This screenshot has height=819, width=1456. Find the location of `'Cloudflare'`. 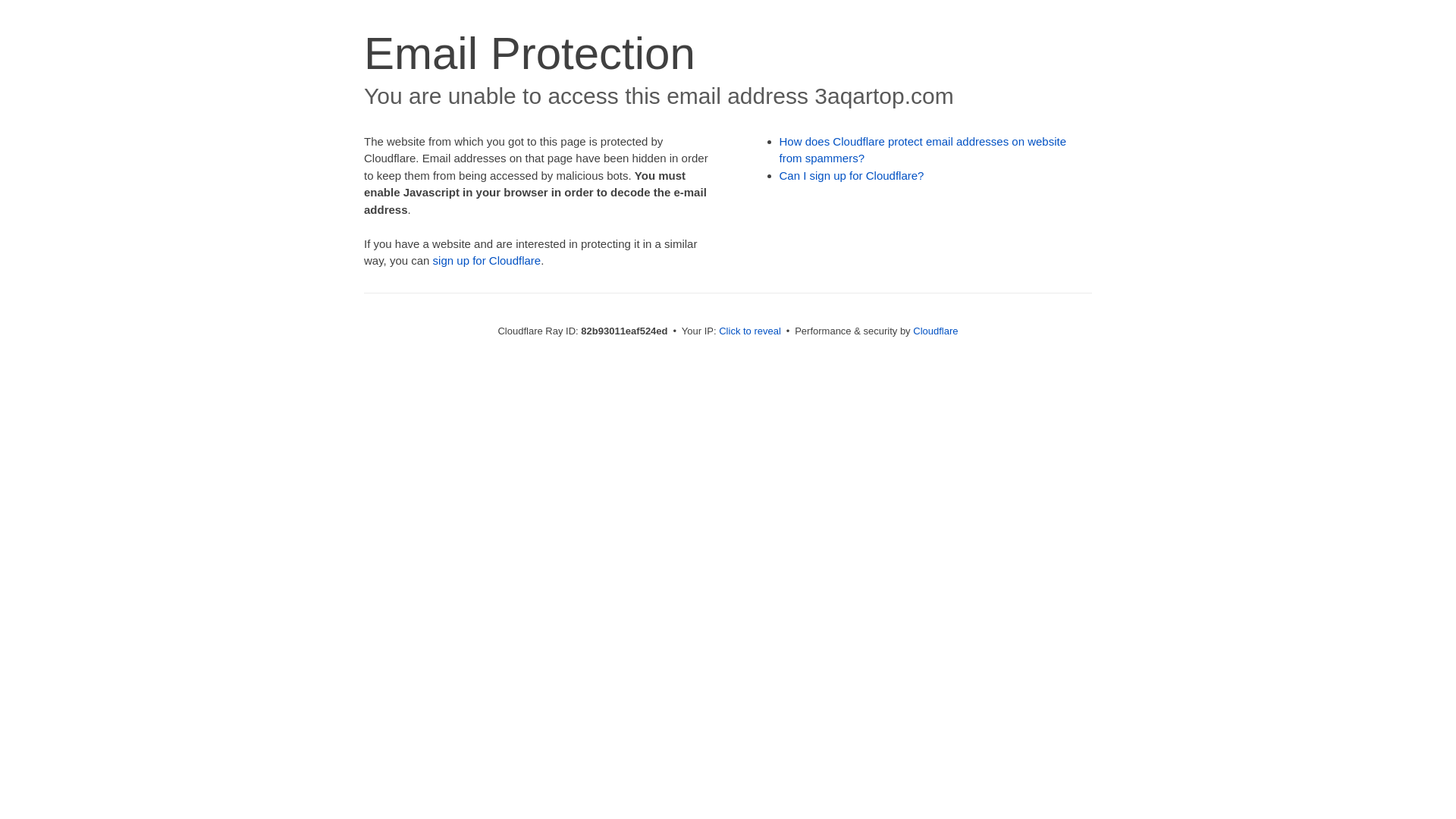

'Cloudflare' is located at coordinates (934, 330).